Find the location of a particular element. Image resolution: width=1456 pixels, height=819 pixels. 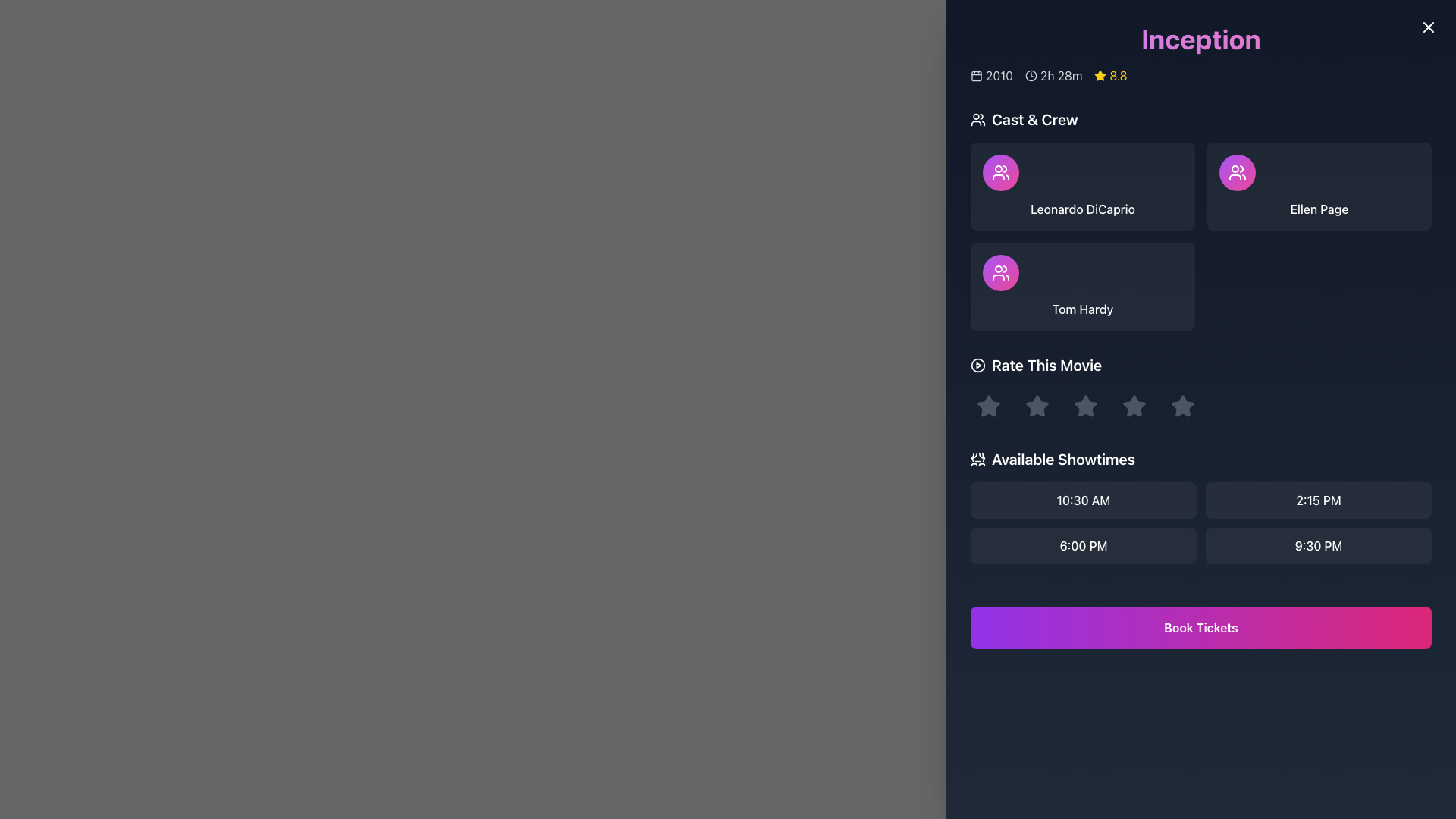

the fourth star icon in the 'Rate This Movie' section is located at coordinates (1182, 405).